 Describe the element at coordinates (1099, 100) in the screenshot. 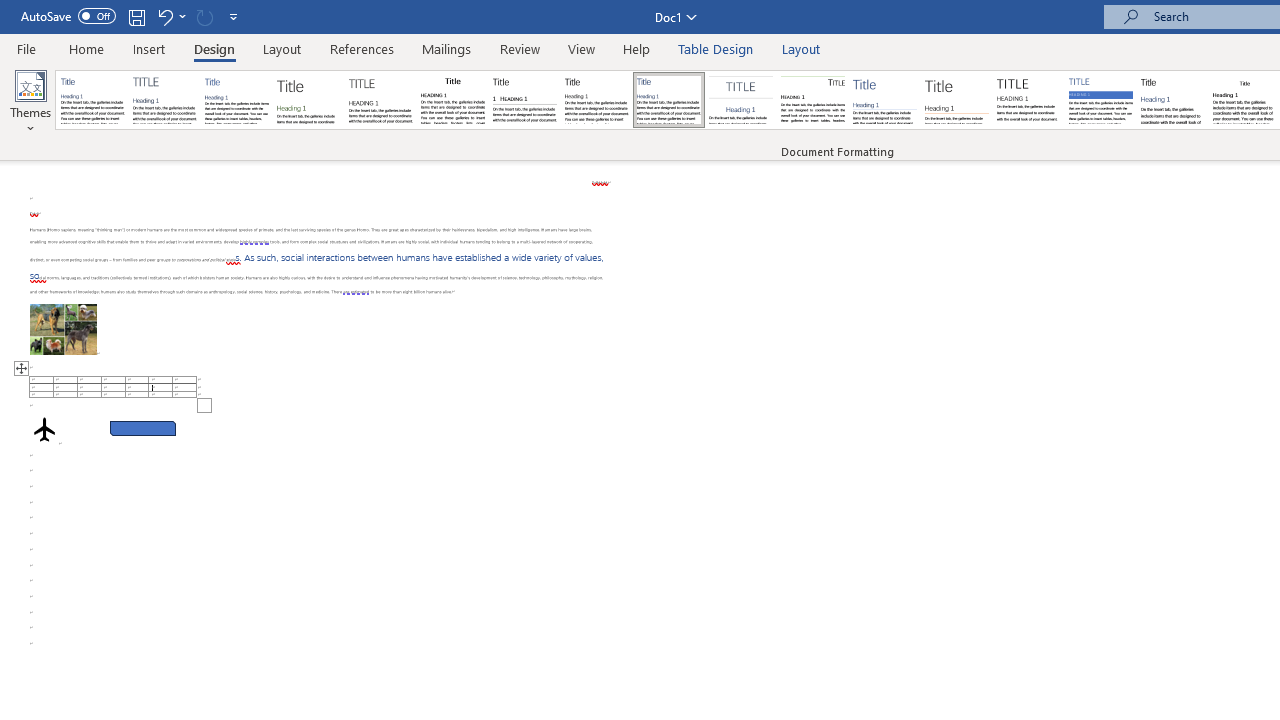

I see `'Shaded'` at that location.